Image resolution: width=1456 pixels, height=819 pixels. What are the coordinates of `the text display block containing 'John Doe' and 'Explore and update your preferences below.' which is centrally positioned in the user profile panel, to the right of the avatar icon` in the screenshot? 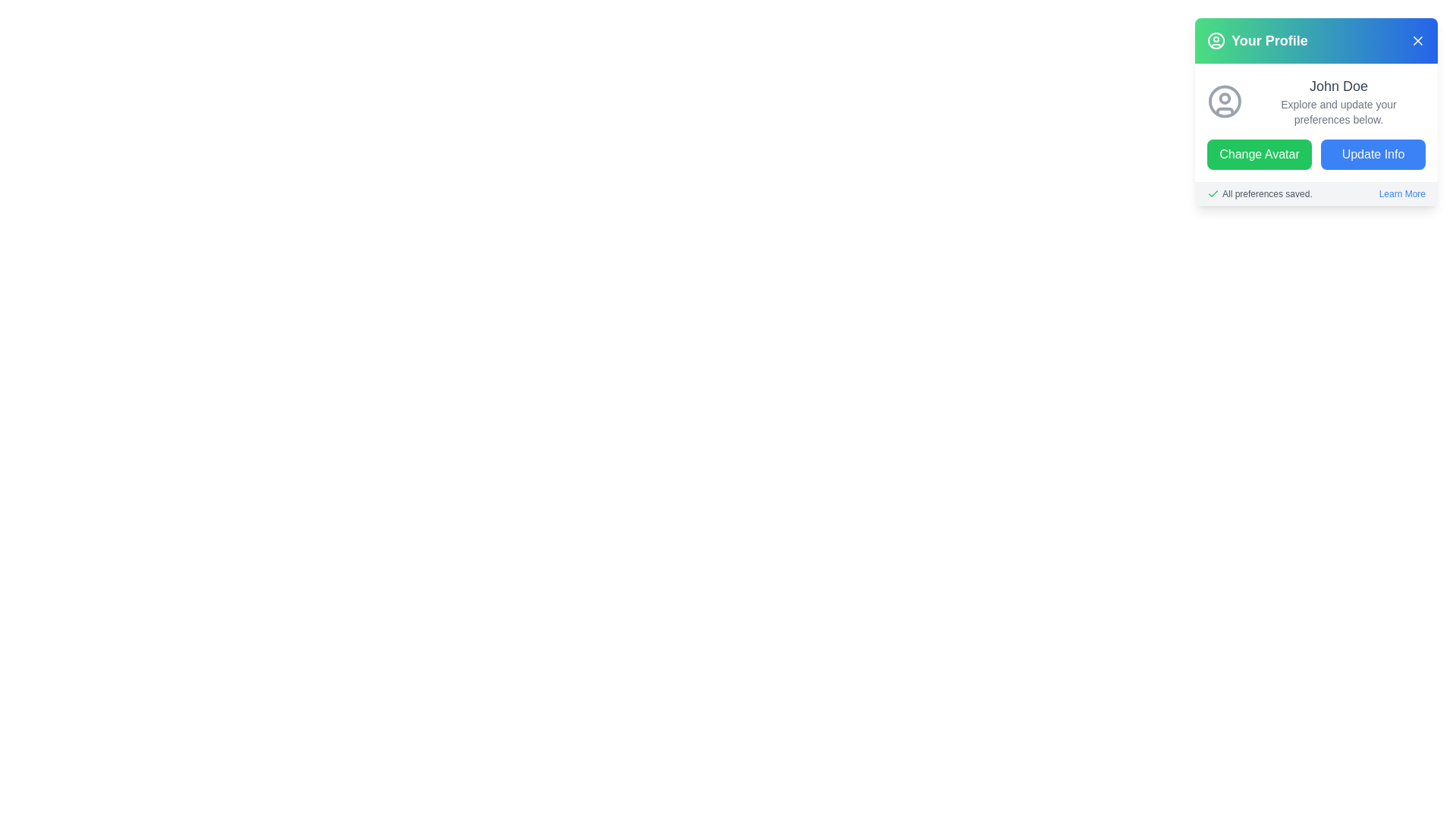 It's located at (1338, 102).